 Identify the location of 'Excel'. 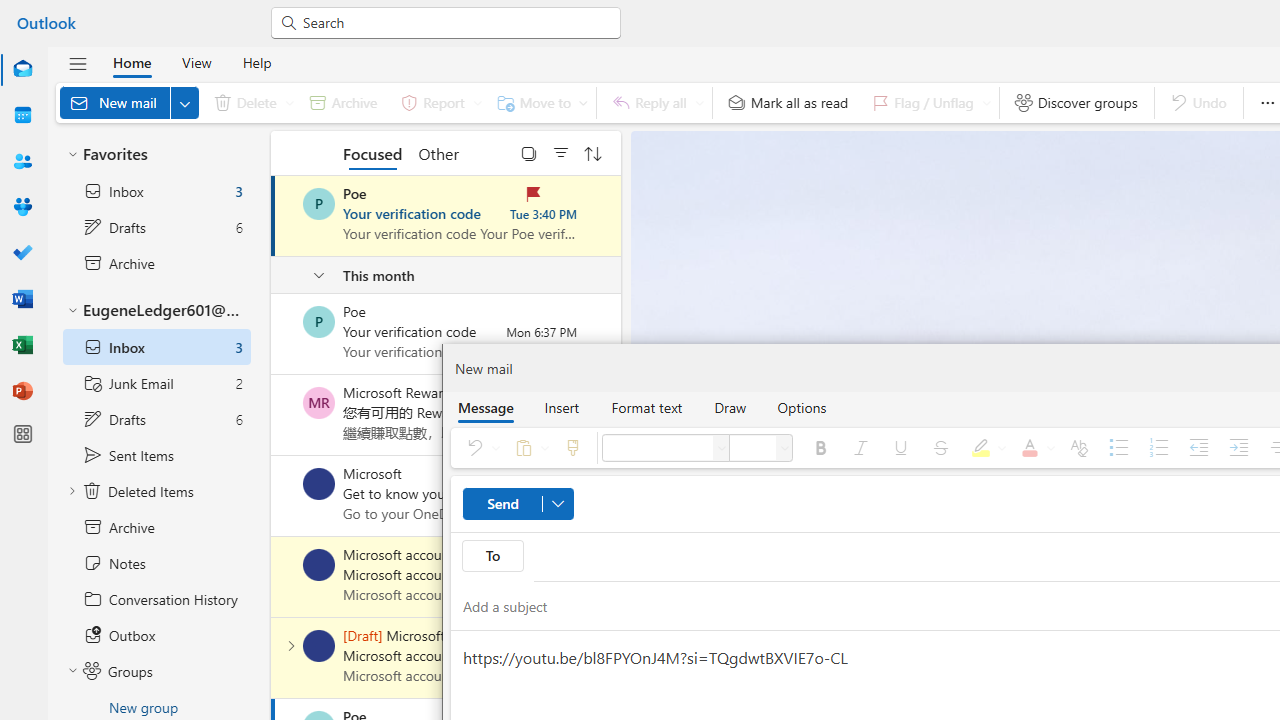
(23, 343).